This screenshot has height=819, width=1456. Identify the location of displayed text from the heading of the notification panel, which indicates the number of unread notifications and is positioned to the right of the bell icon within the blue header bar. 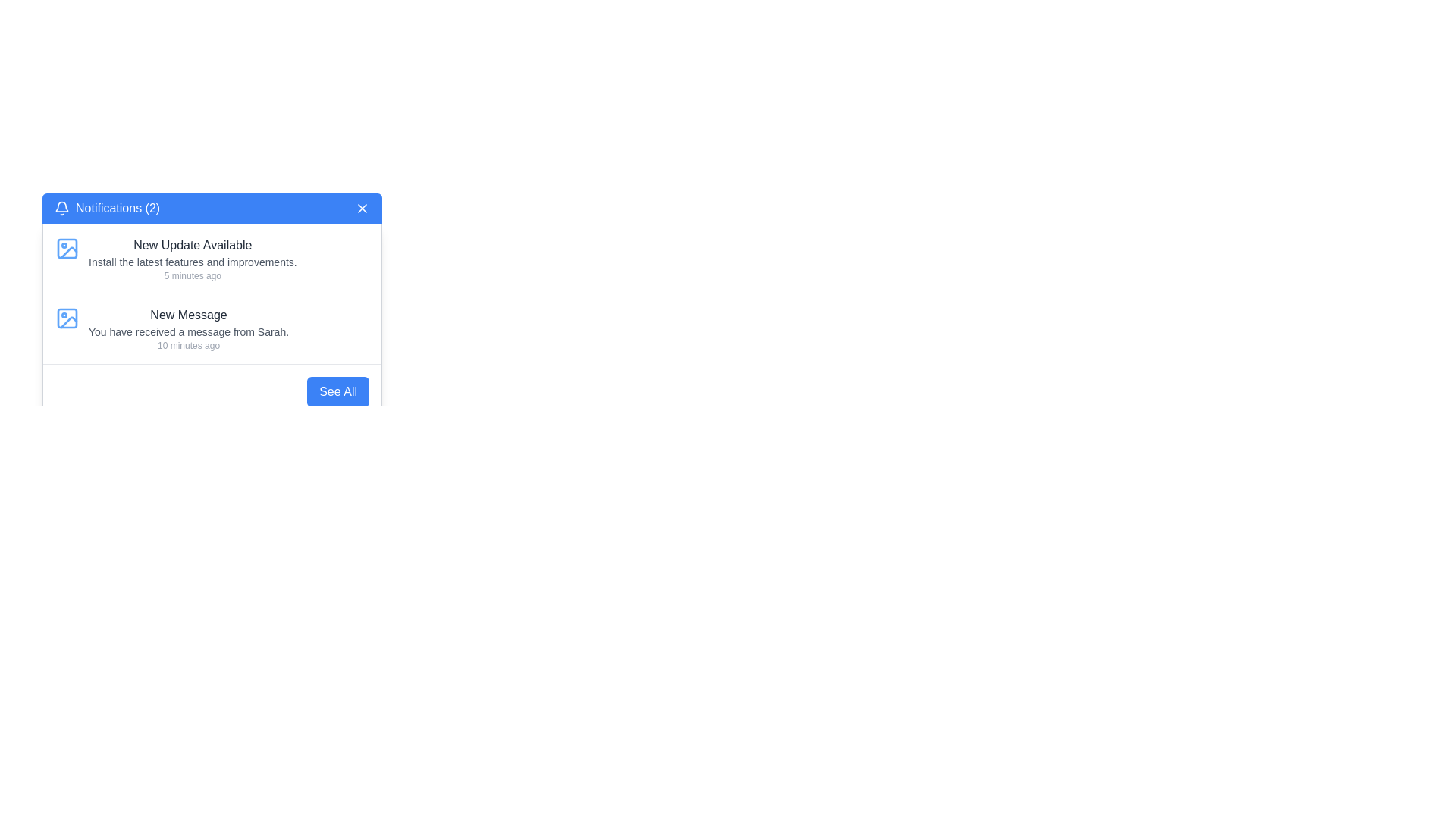
(117, 208).